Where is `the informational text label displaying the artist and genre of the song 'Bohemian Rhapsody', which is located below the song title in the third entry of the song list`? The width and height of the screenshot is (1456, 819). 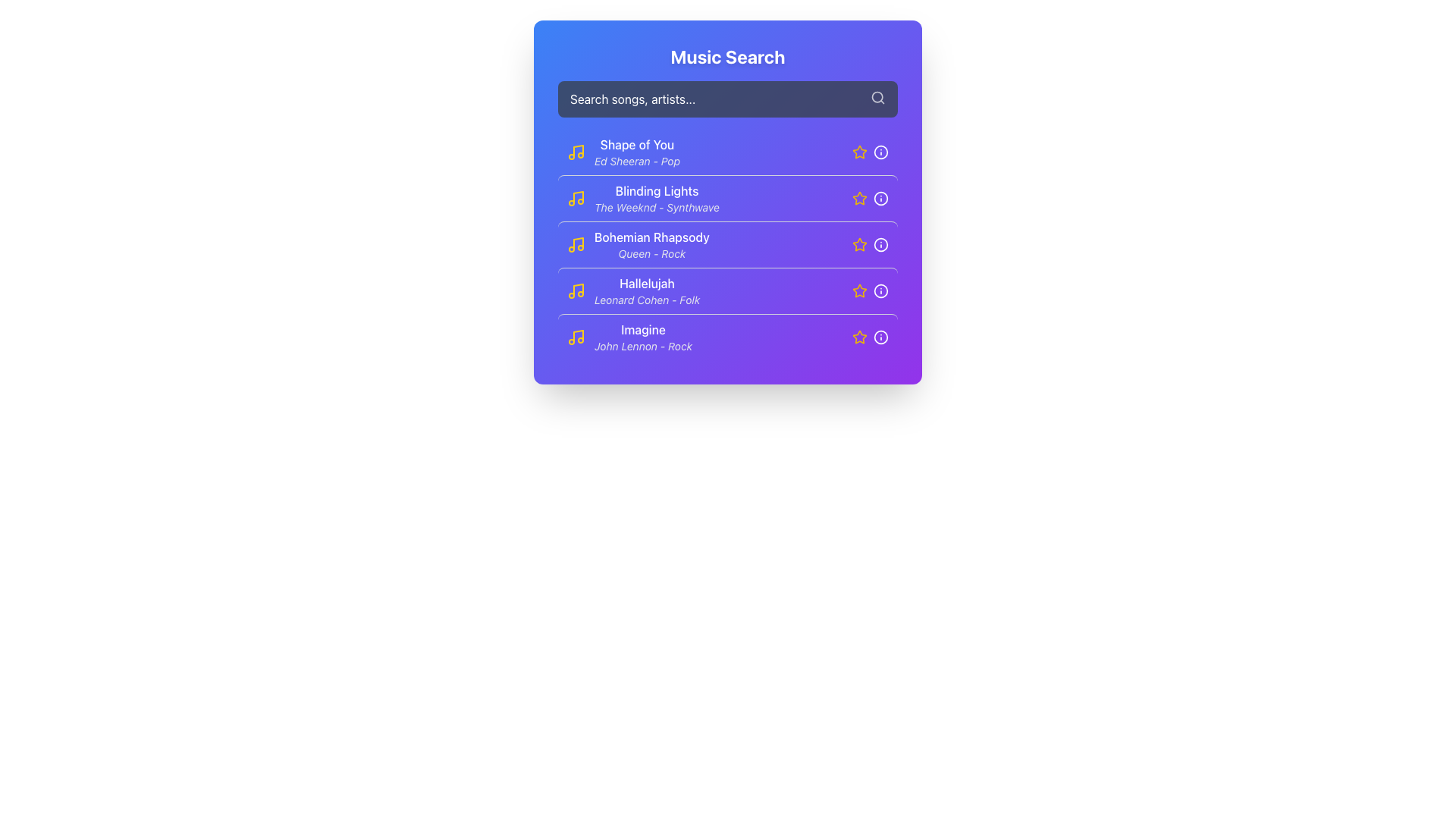 the informational text label displaying the artist and genre of the song 'Bohemian Rhapsody', which is located below the song title in the third entry of the song list is located at coordinates (651, 253).